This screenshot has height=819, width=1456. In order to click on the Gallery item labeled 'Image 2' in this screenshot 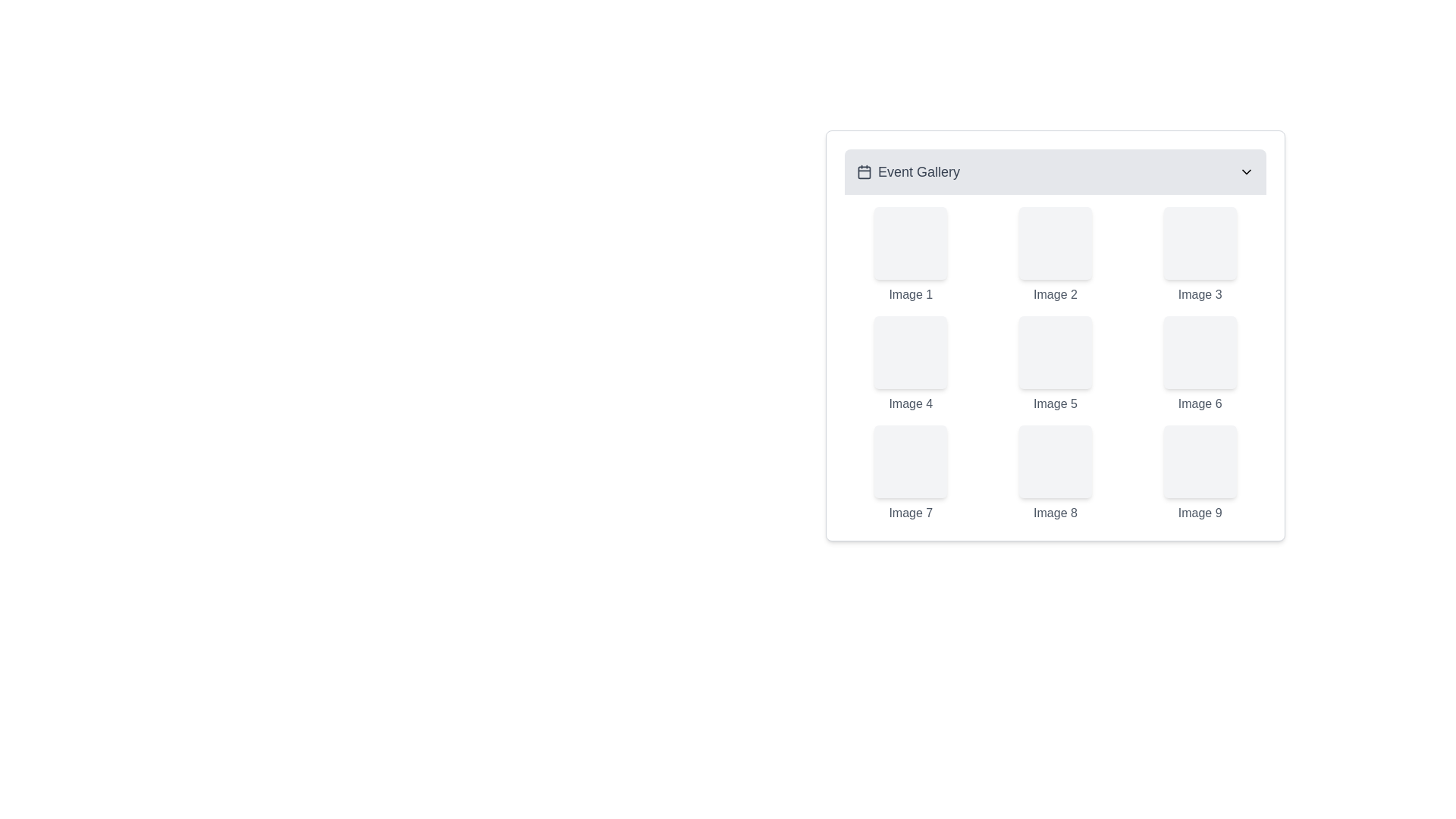, I will do `click(1055, 254)`.